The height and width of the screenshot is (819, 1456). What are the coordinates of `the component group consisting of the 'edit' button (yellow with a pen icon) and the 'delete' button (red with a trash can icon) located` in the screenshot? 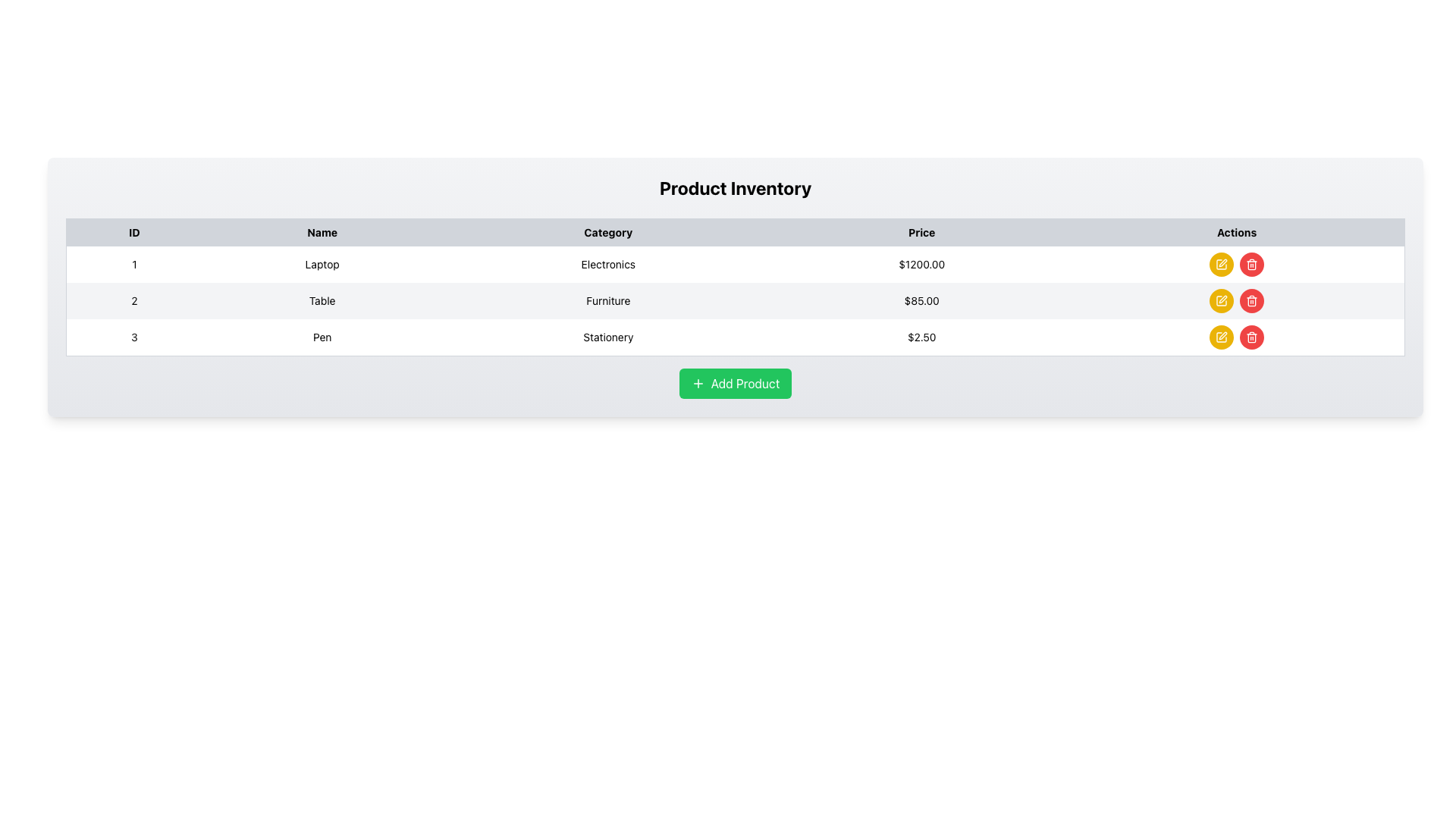 It's located at (1237, 301).